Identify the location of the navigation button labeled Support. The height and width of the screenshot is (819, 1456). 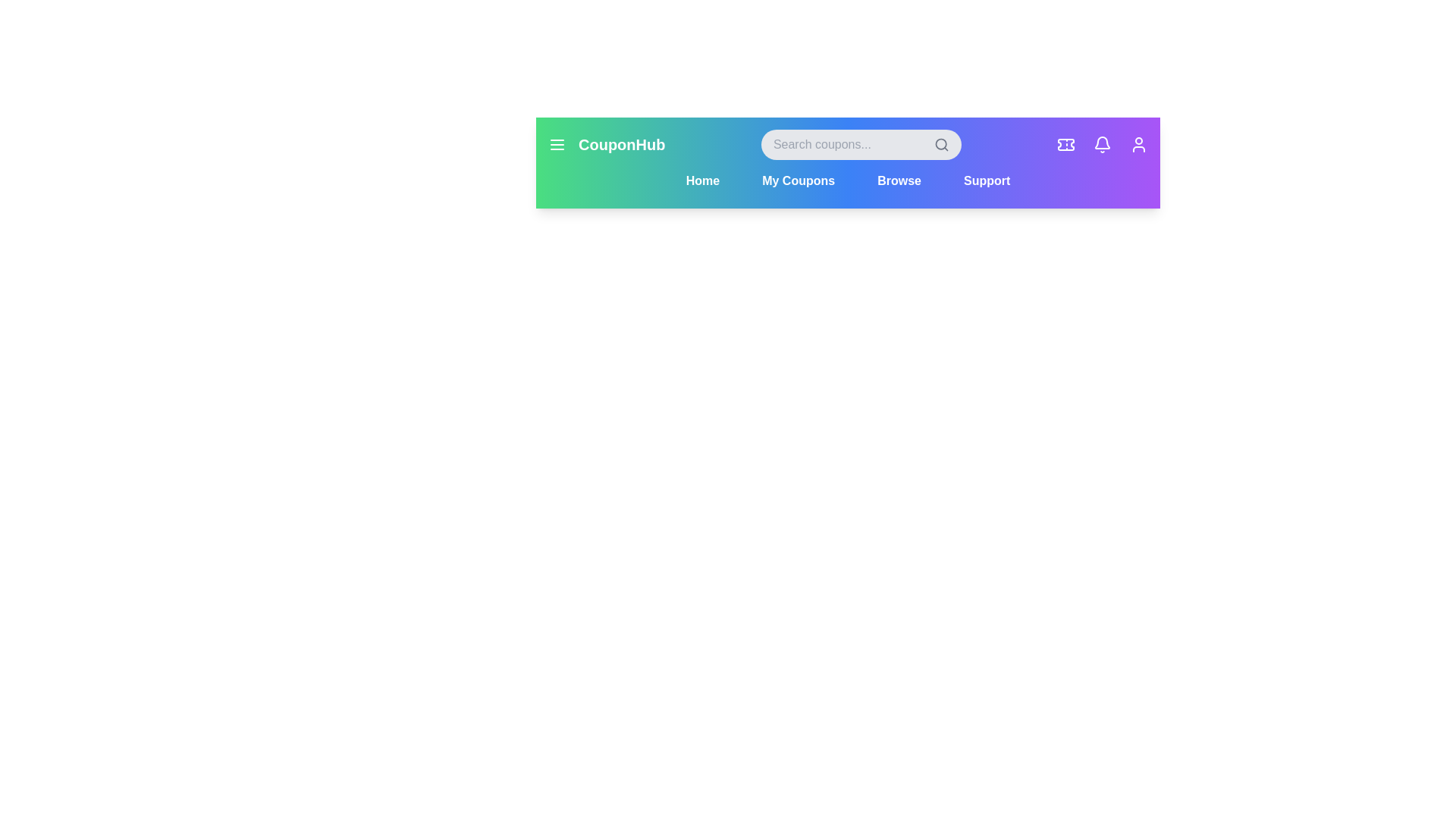
(987, 180).